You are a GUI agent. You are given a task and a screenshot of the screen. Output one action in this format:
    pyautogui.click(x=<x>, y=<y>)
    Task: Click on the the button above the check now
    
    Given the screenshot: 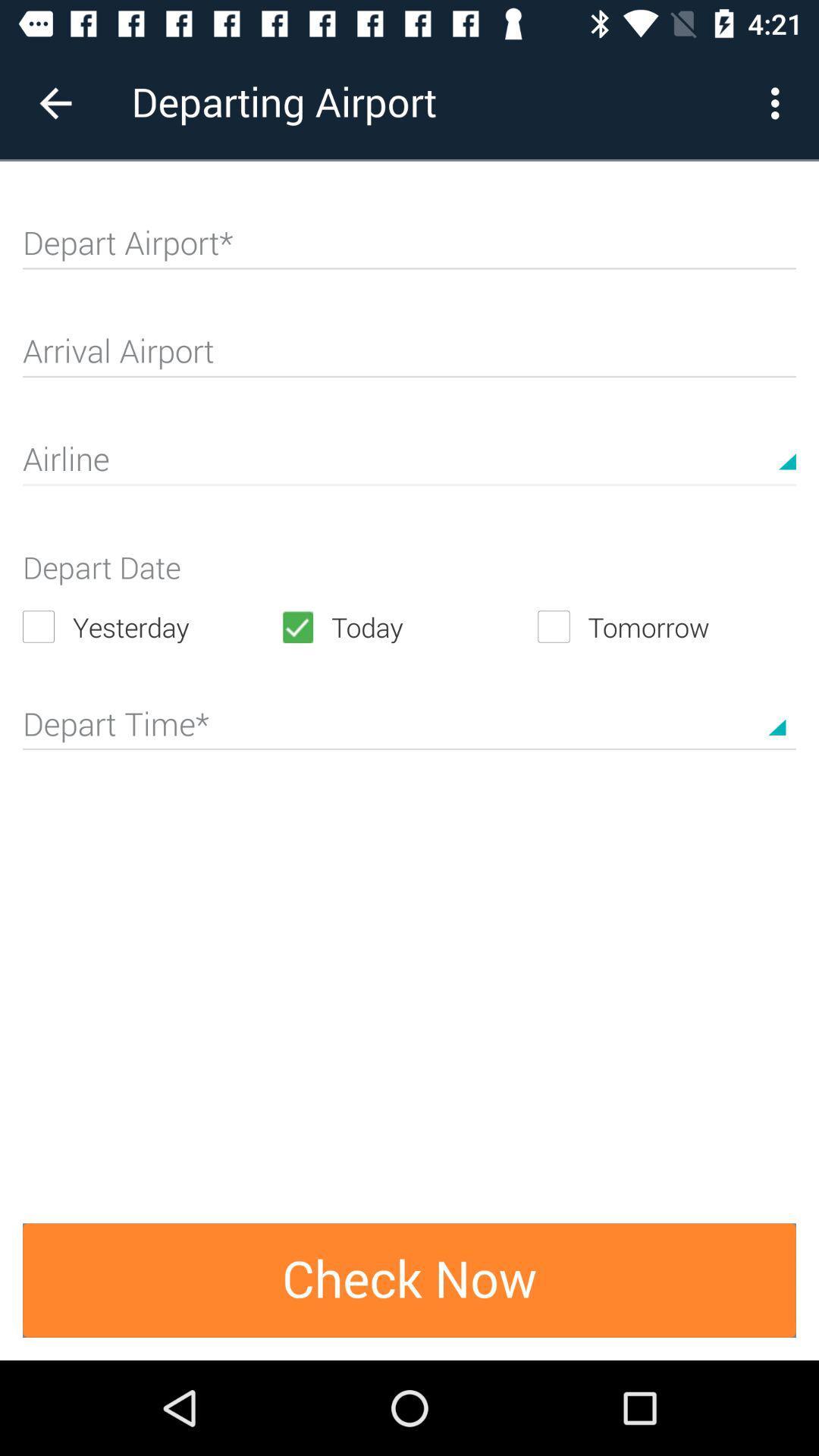 What is the action you would take?
    pyautogui.click(x=409, y=719)
    